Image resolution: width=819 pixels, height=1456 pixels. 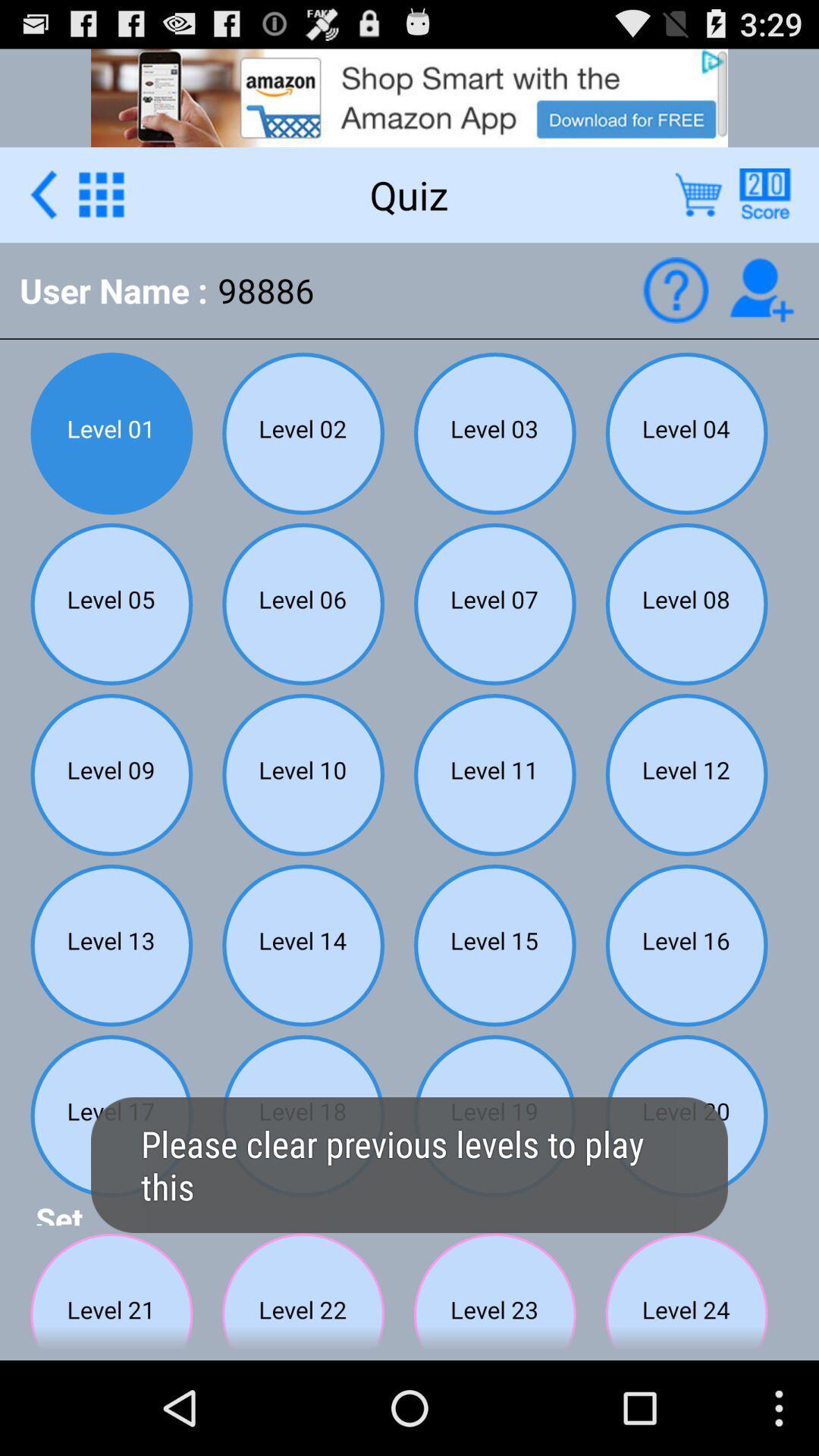 What do you see at coordinates (761, 309) in the screenshot?
I see `the follow icon` at bounding box center [761, 309].